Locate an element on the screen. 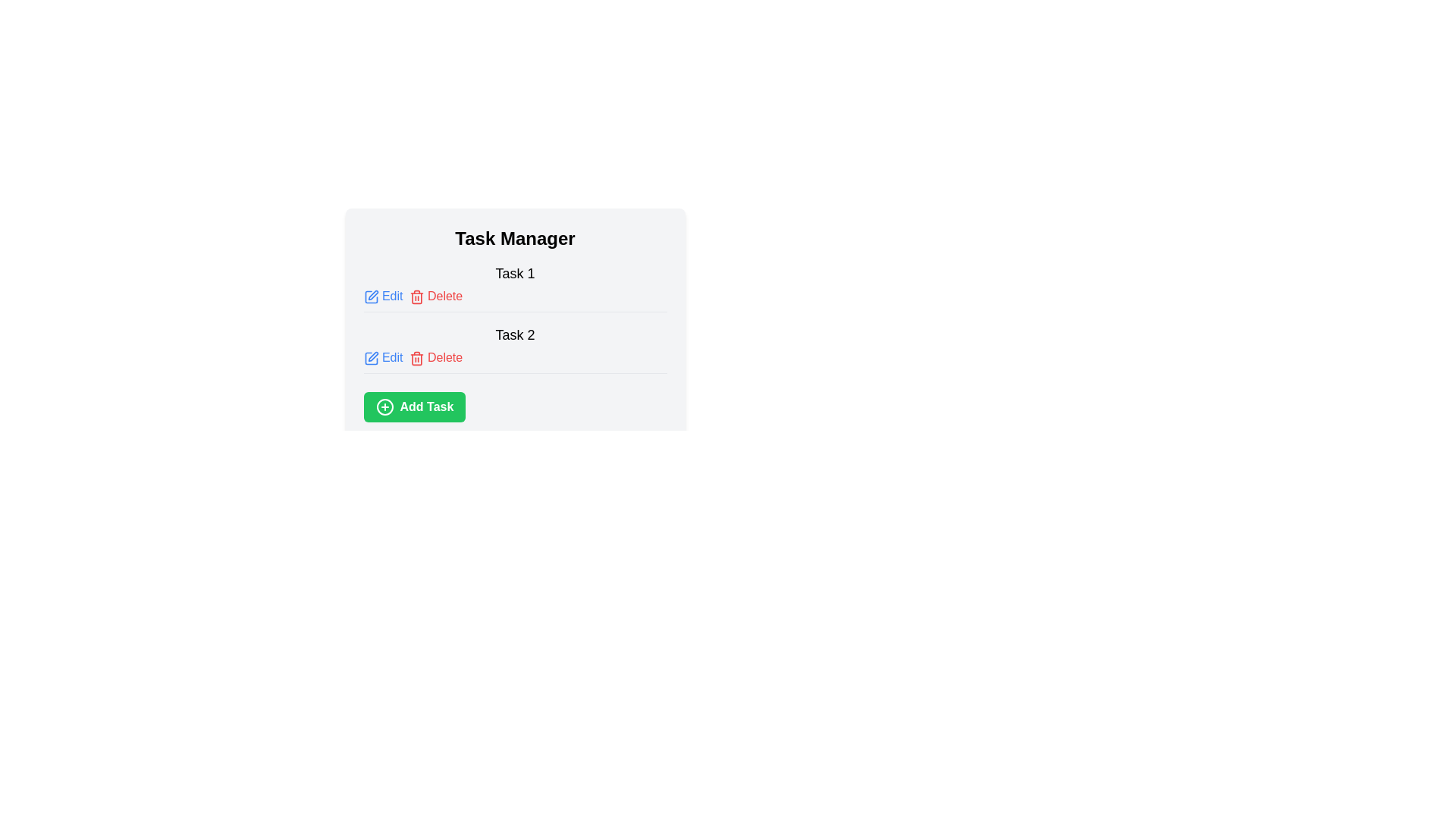 Image resolution: width=1456 pixels, height=819 pixels. the delete icon in the 'Delete' section for Task 1, located in the top sub-segment of the task management panel is located at coordinates (416, 358).